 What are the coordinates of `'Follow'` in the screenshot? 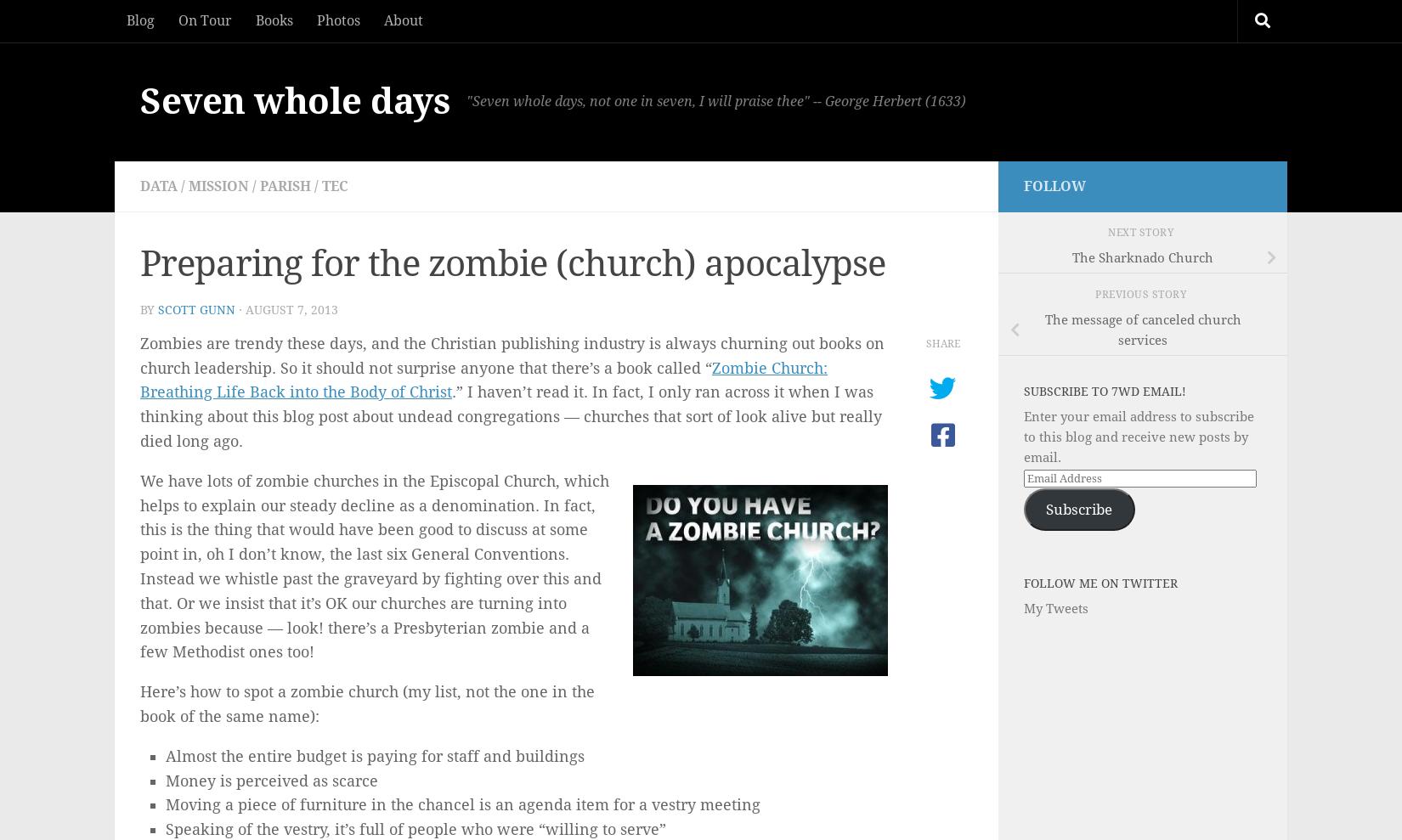 It's located at (1054, 186).